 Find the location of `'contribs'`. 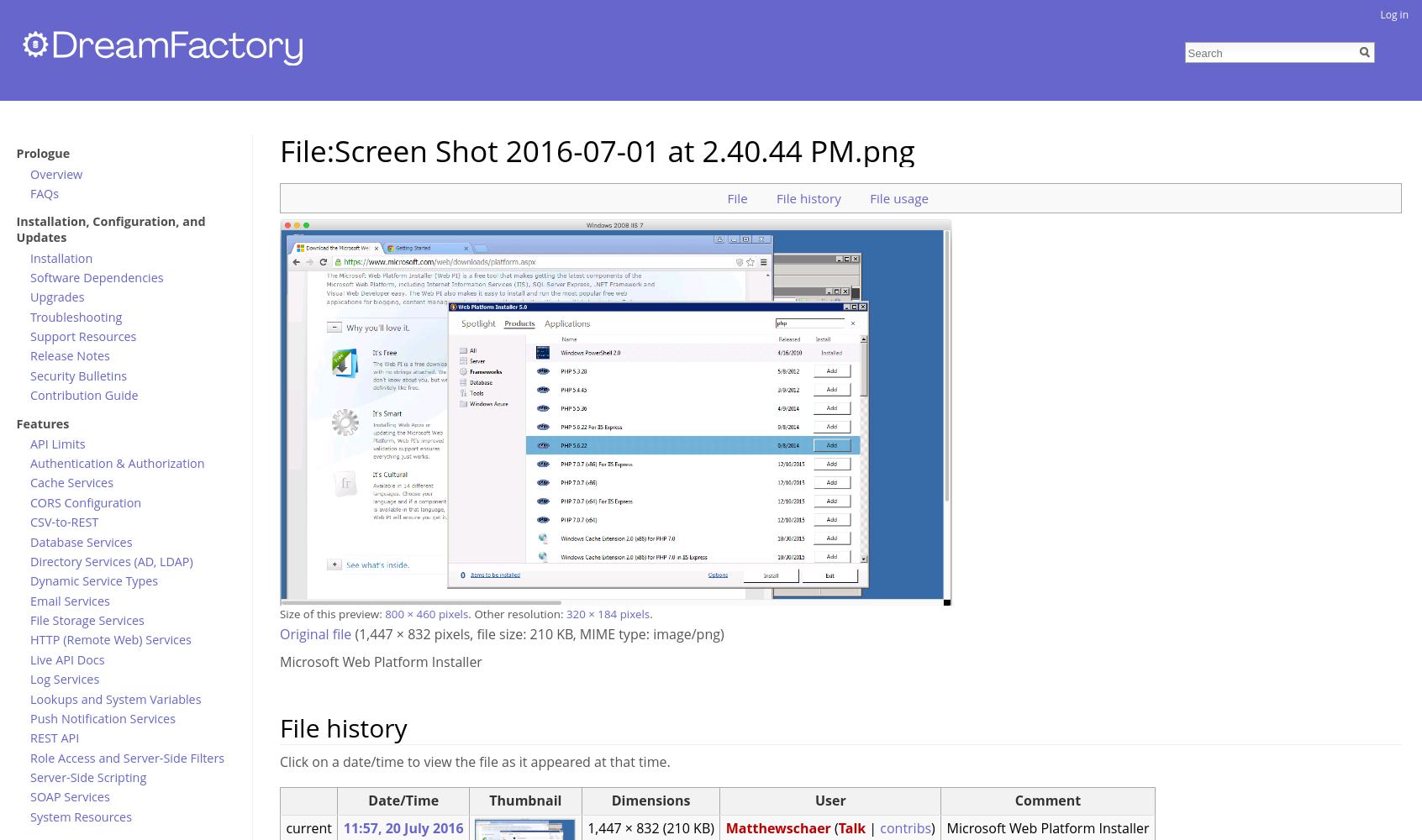

'contribs' is located at coordinates (905, 827).